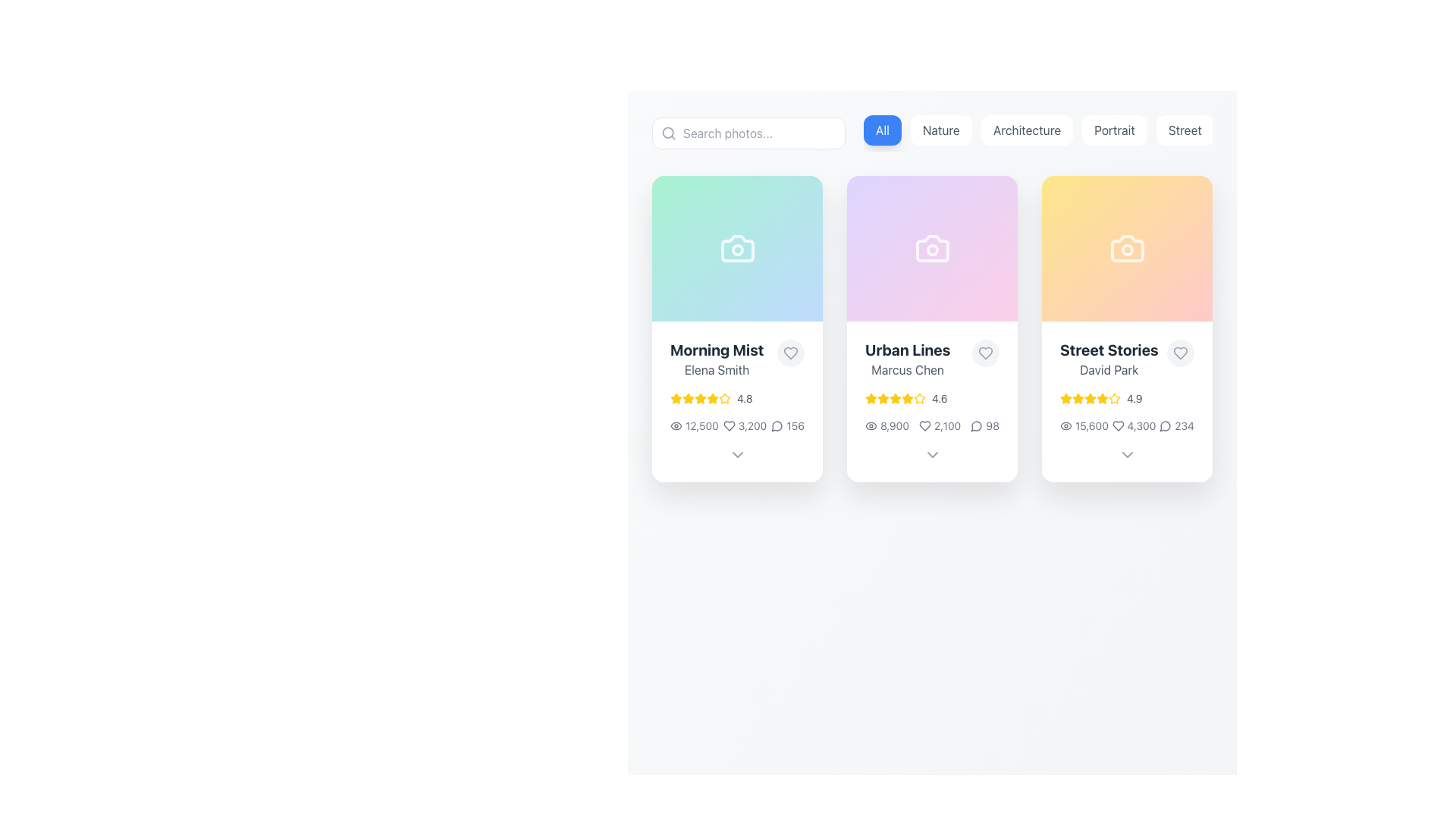  What do you see at coordinates (1114, 397) in the screenshot?
I see `the last star icon in the rating section of the 'Street Stories' card, which is characterized by its yellow outline and hollow center` at bounding box center [1114, 397].